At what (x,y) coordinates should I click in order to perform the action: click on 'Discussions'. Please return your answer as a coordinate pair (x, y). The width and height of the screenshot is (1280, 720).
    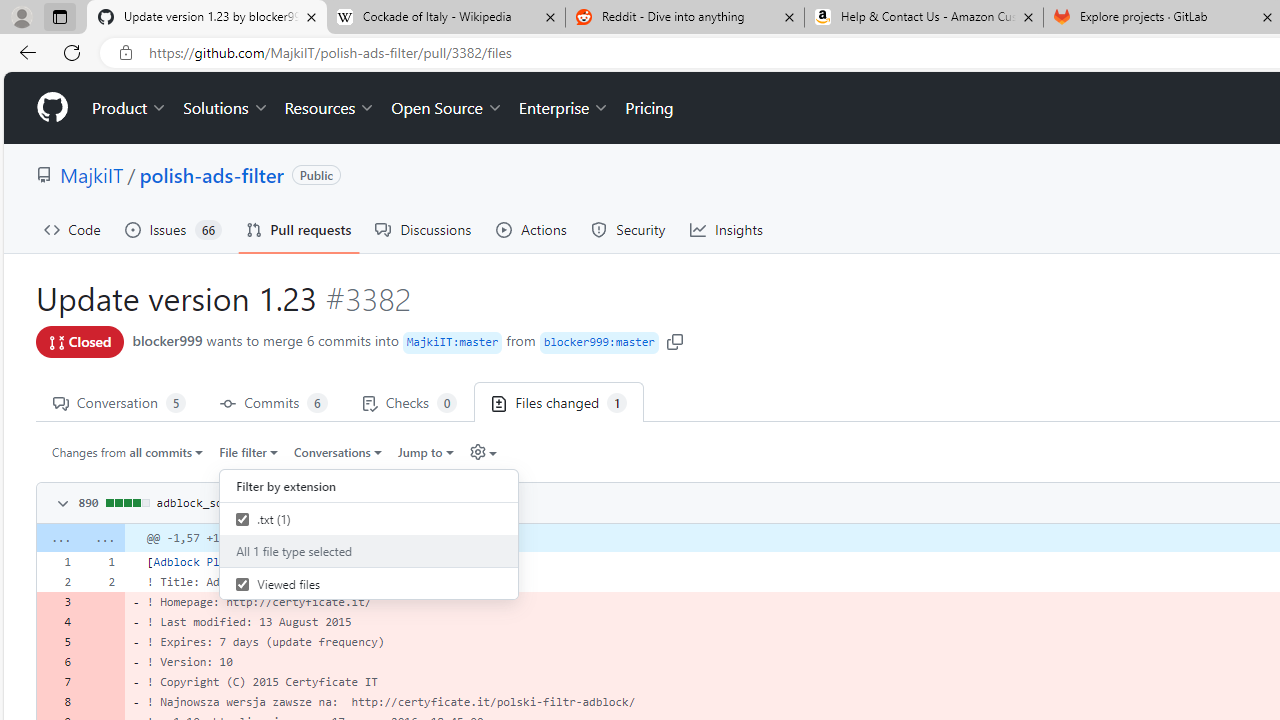
    Looking at the image, I should click on (423, 229).